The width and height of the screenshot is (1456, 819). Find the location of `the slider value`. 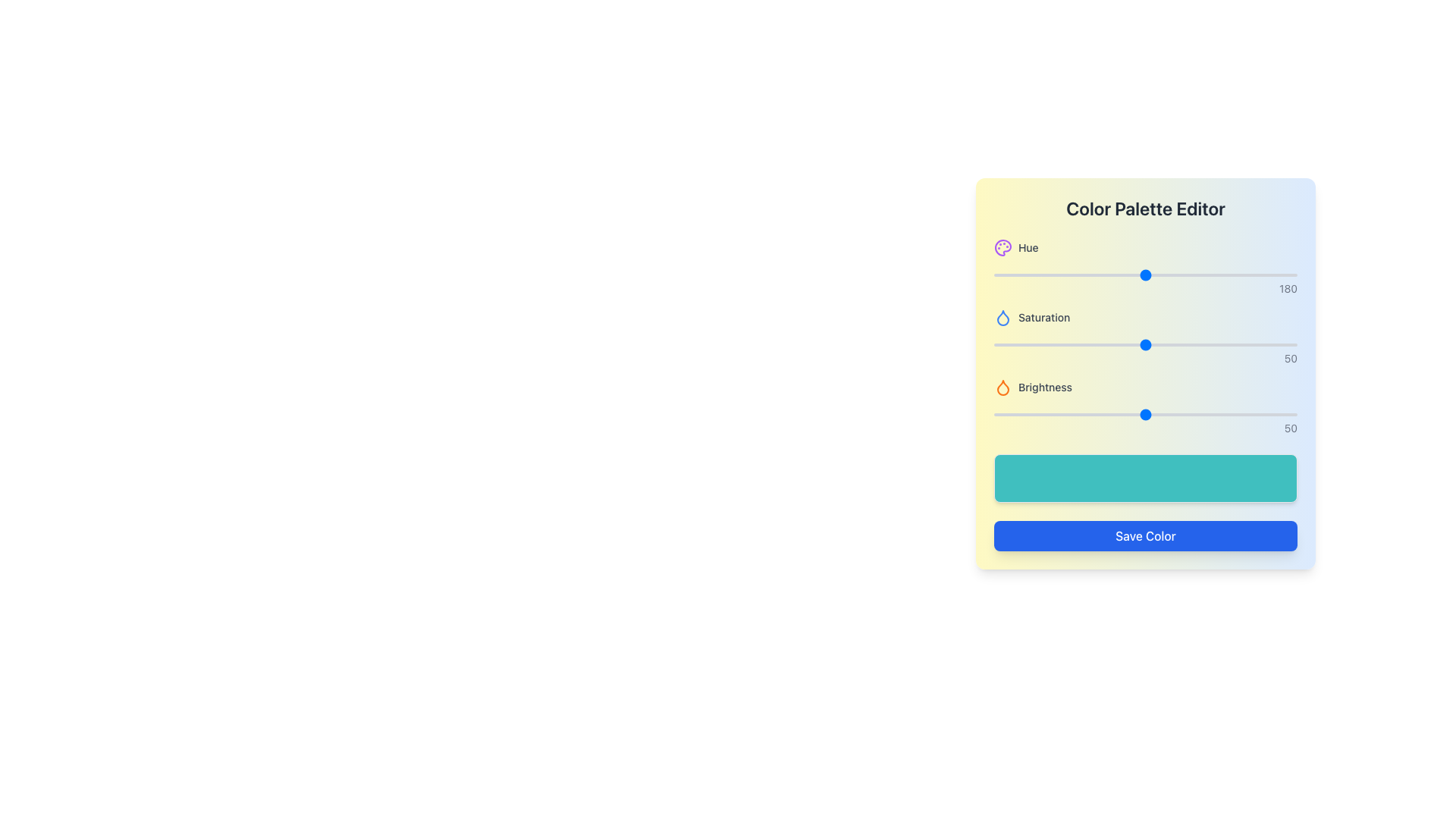

the slider value is located at coordinates (1166, 345).